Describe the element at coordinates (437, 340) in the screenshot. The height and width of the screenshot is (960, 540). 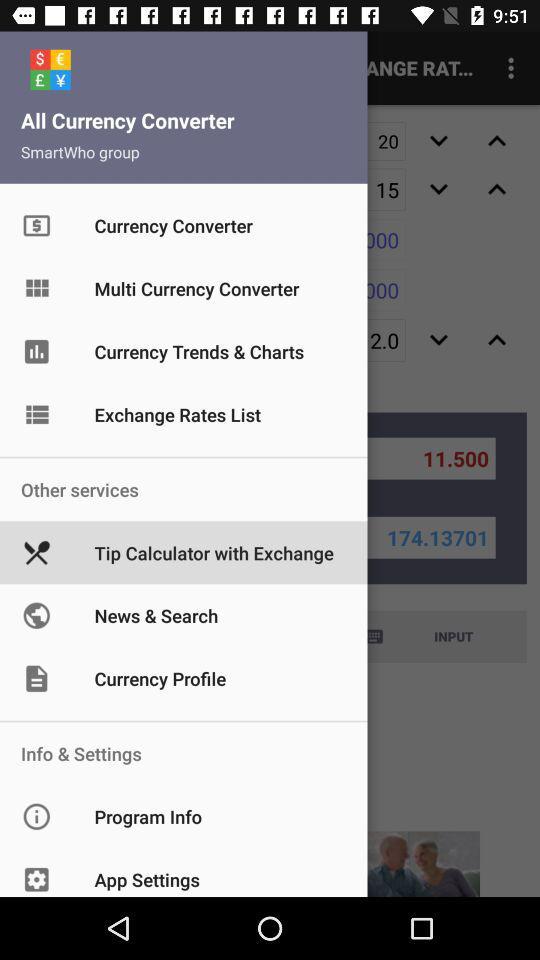
I see `the expand_more icon` at that location.